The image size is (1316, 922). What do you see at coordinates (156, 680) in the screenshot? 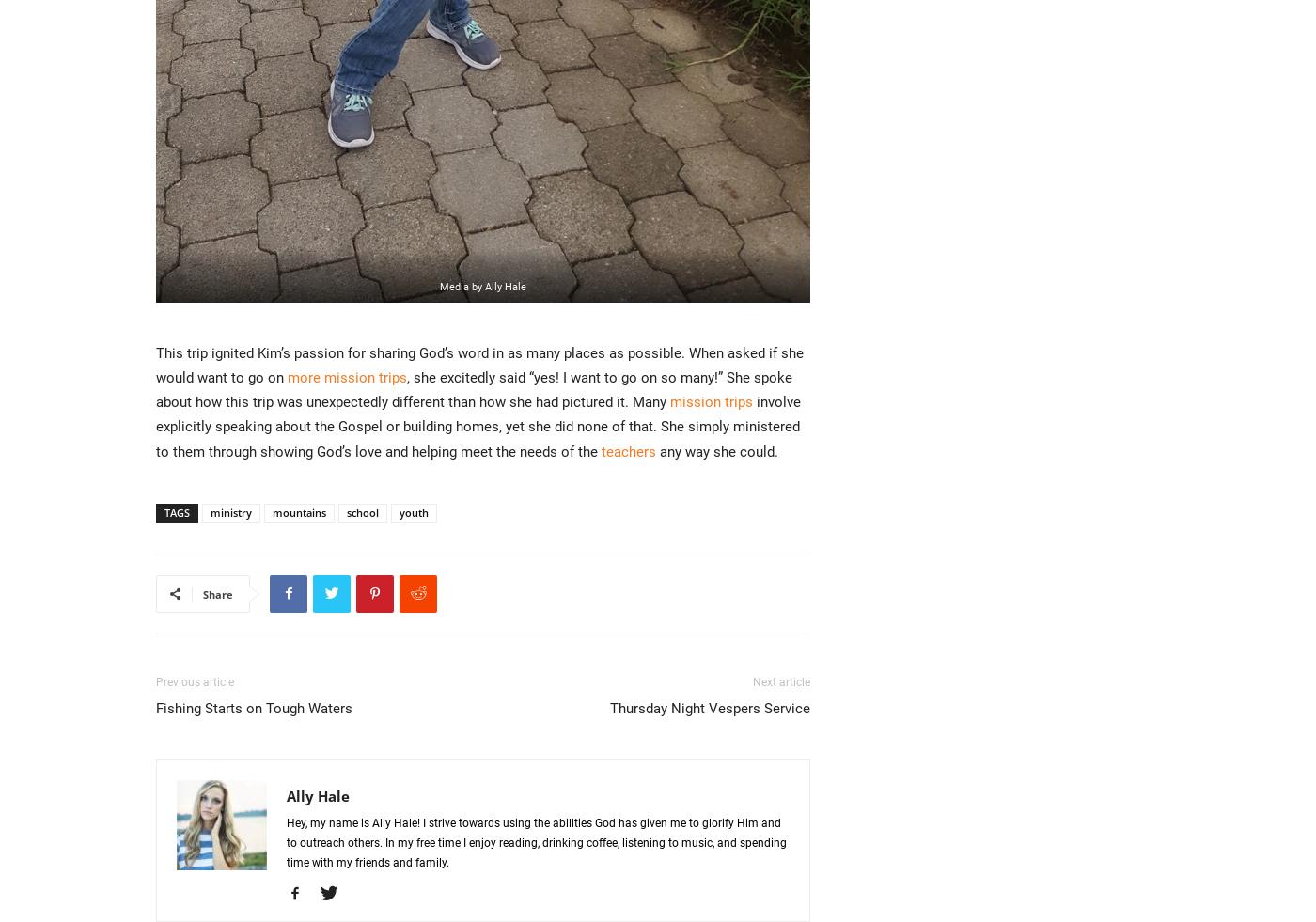
I see `'Previous article'` at bounding box center [156, 680].